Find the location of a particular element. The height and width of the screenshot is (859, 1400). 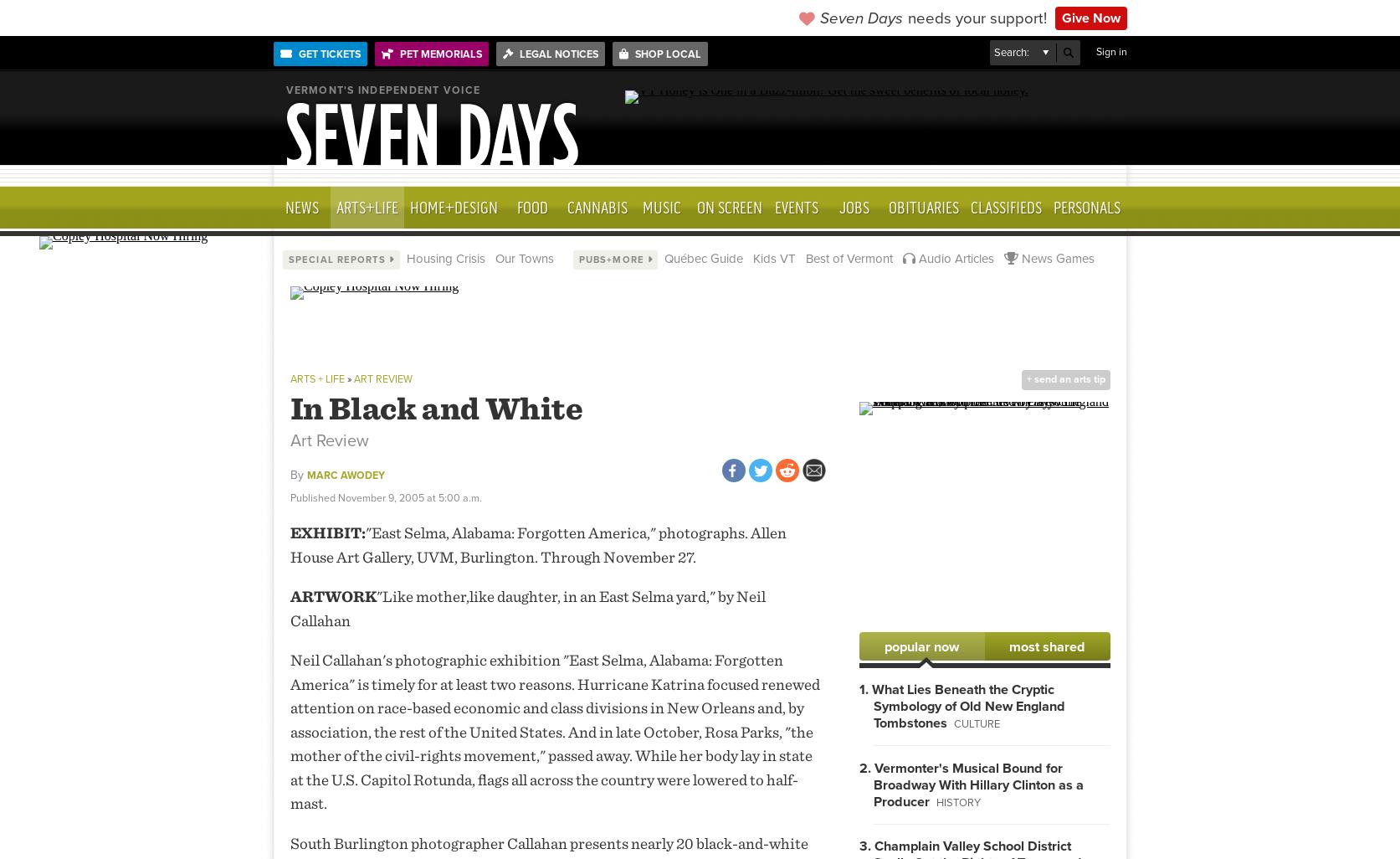

'Vermont's Independent Voice' is located at coordinates (382, 90).